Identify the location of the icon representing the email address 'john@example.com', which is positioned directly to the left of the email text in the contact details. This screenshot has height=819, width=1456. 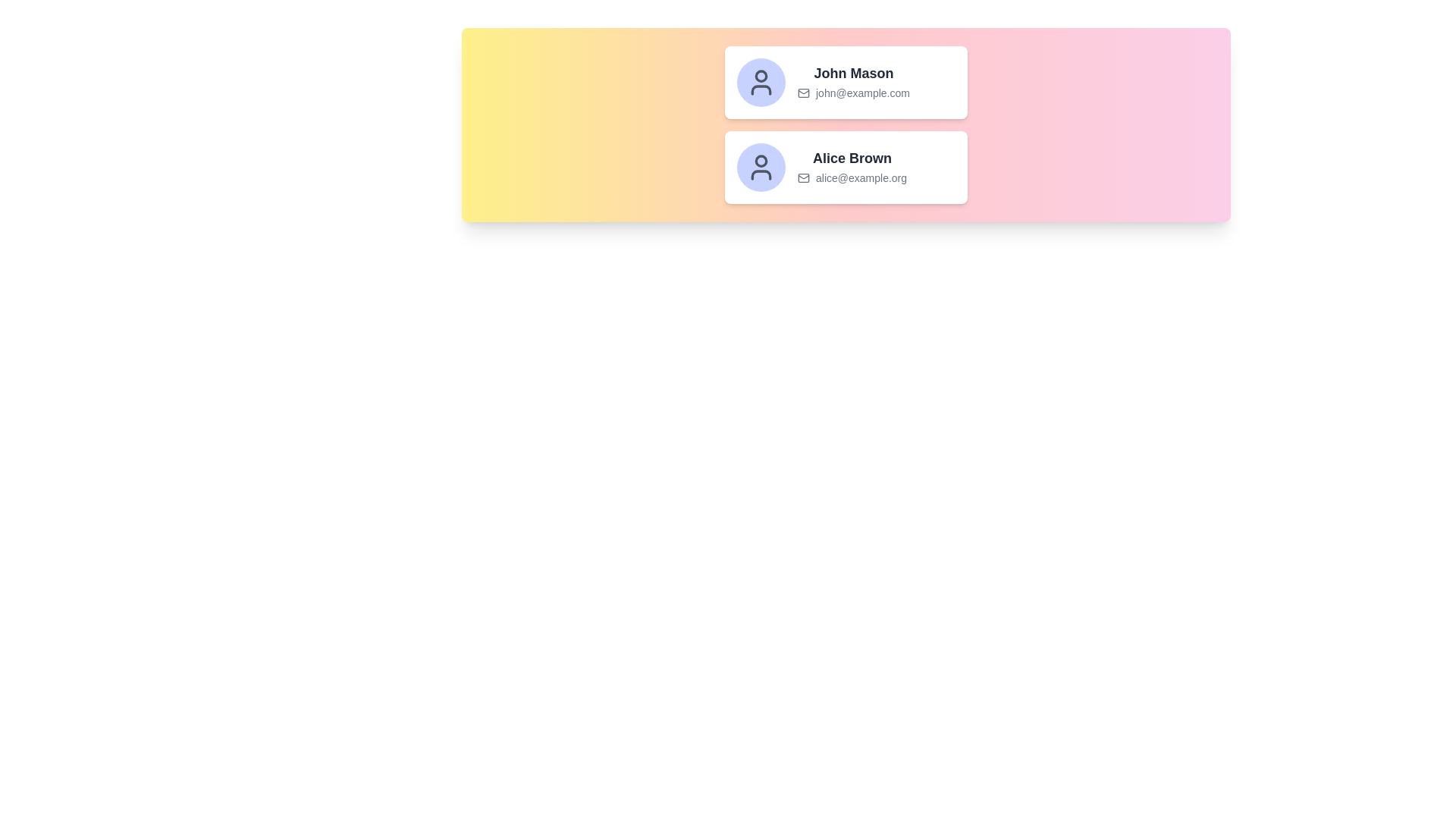
(803, 93).